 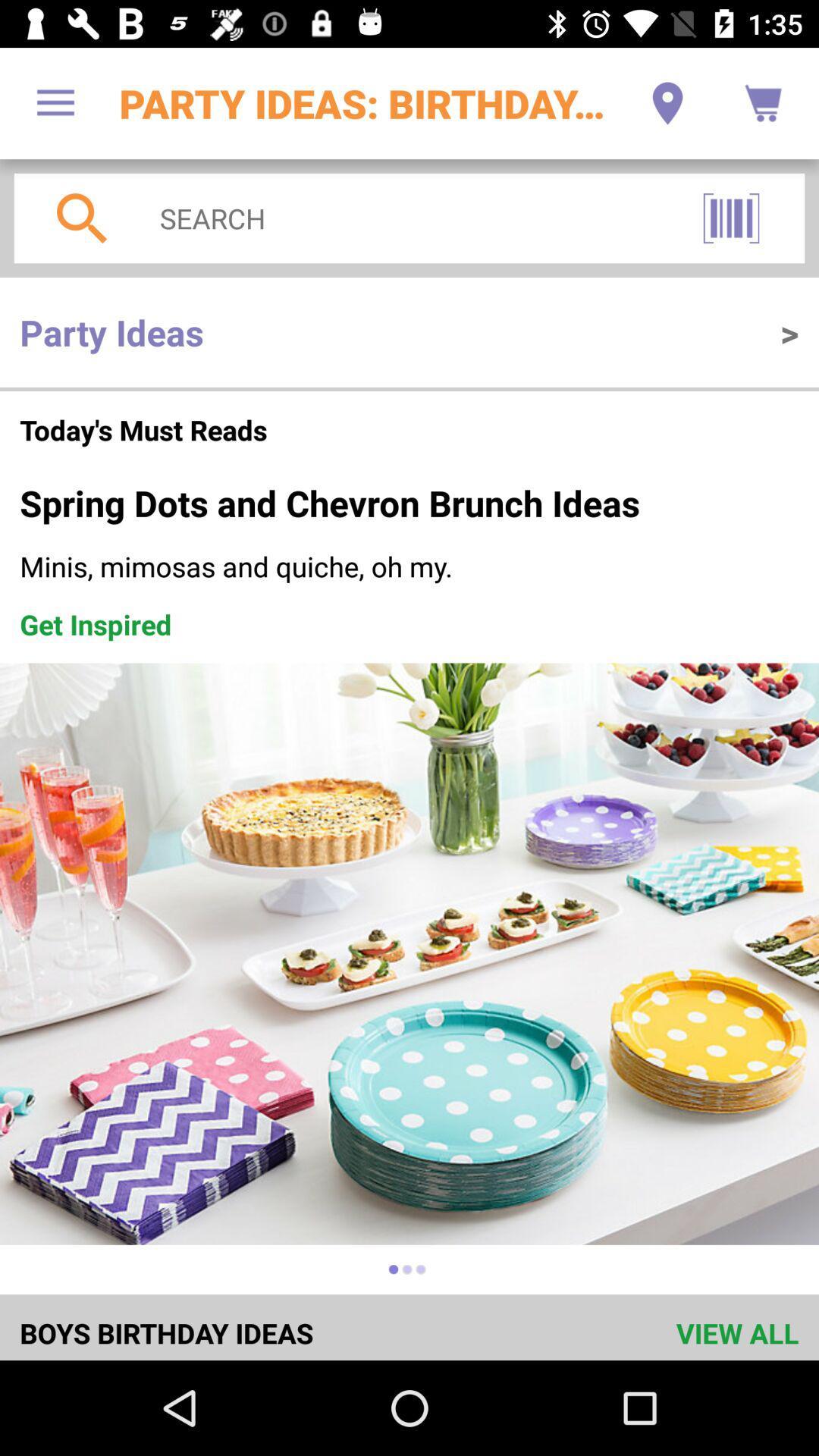 What do you see at coordinates (409, 566) in the screenshot?
I see `the minis mimosas and icon` at bounding box center [409, 566].